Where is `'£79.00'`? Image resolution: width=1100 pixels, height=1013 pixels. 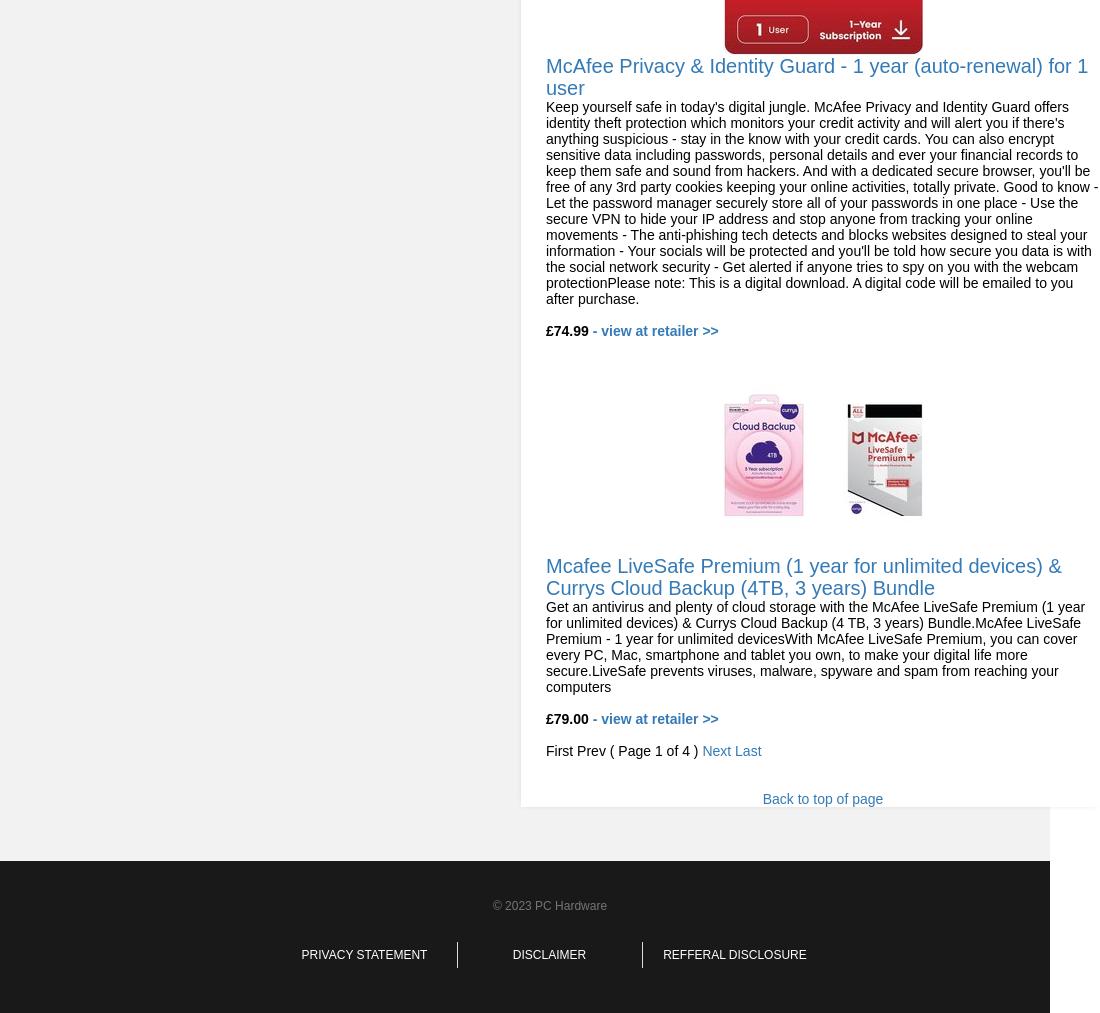 '£79.00' is located at coordinates (546, 719).